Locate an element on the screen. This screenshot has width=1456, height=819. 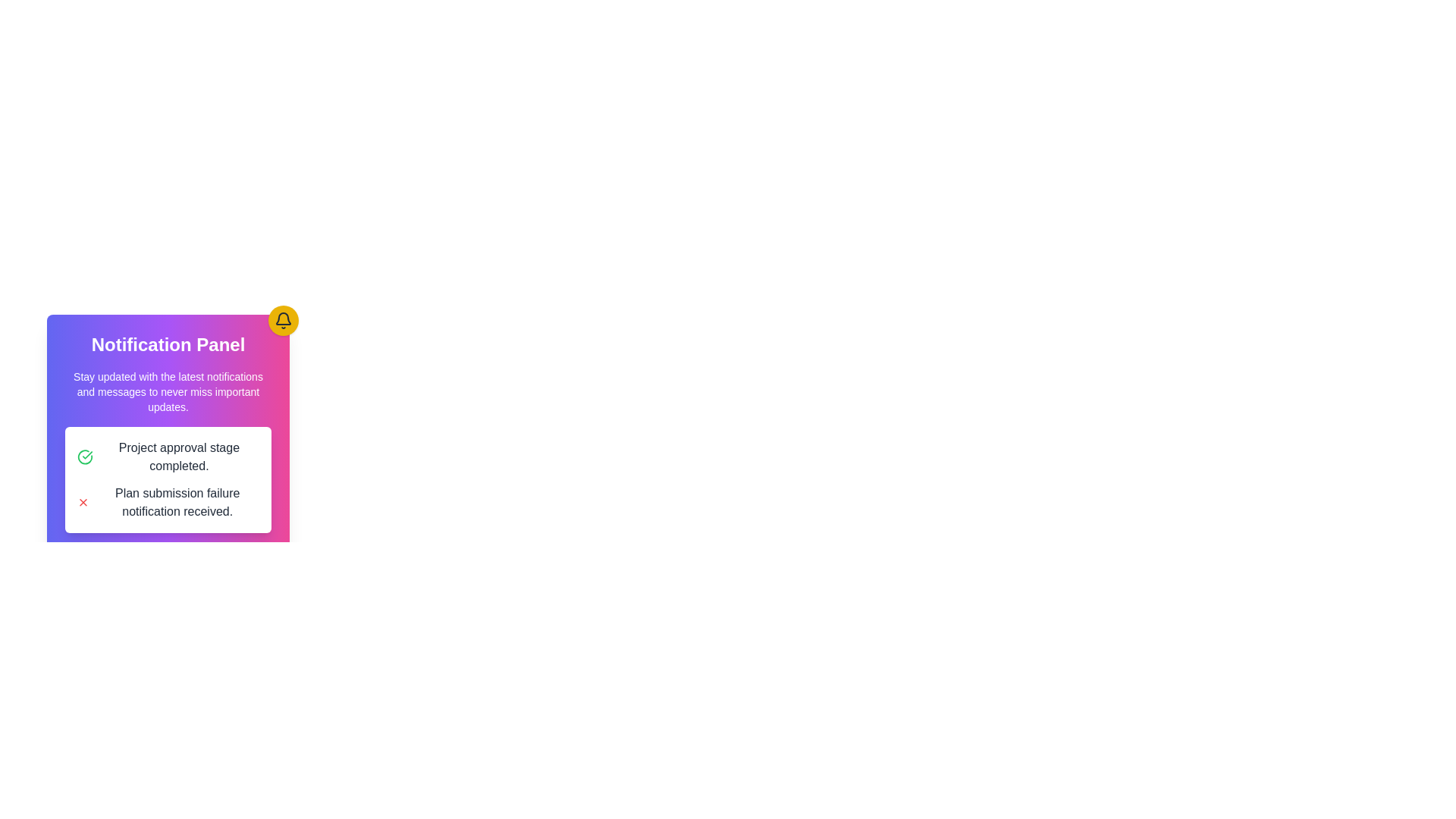
the confirmation button located on the left side of the button group below the notification panel to approve the action is located at coordinates (112, 560).